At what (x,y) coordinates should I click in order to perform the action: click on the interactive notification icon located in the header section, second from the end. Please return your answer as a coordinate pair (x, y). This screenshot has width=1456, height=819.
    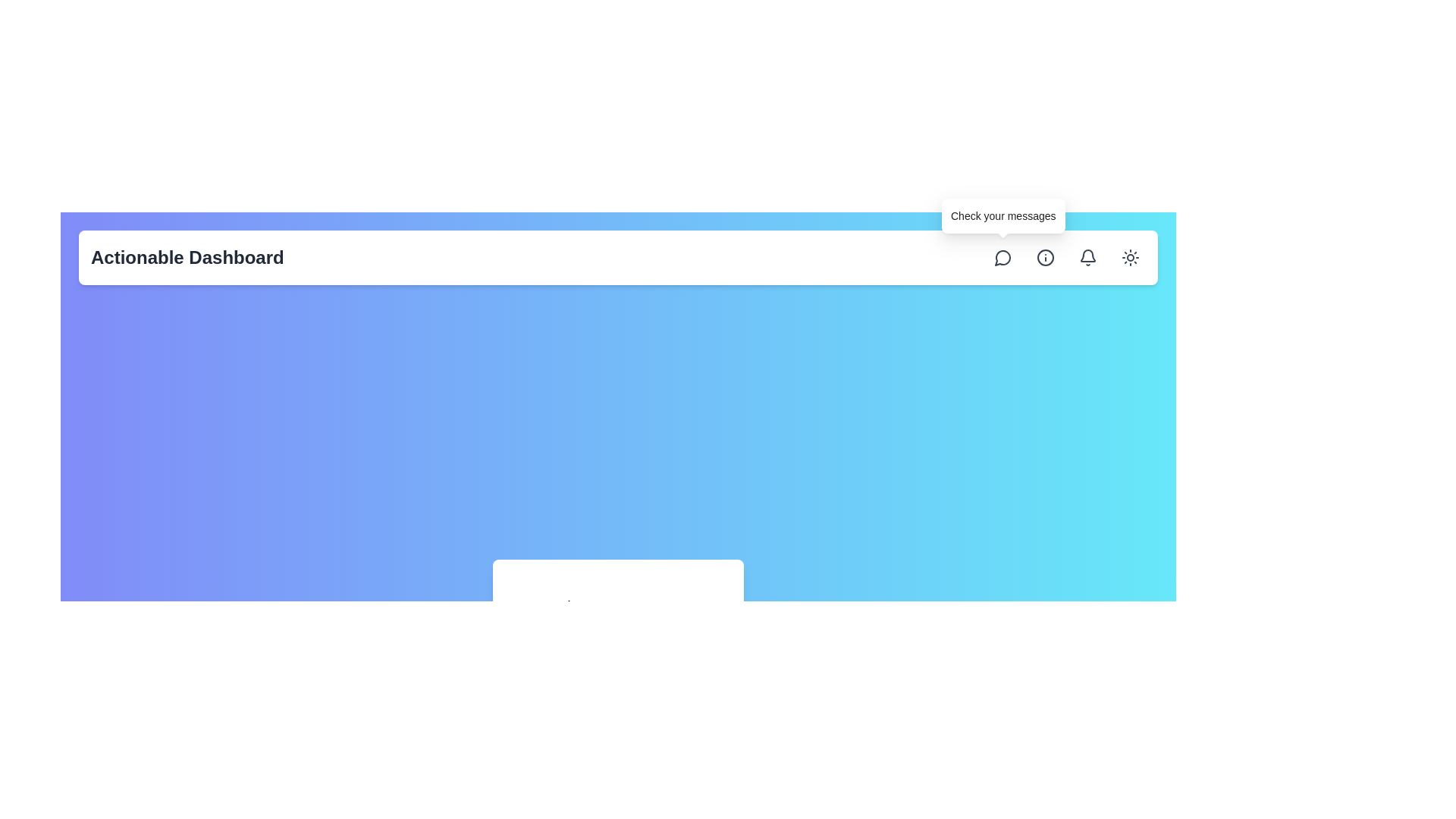
    Looking at the image, I should click on (1087, 256).